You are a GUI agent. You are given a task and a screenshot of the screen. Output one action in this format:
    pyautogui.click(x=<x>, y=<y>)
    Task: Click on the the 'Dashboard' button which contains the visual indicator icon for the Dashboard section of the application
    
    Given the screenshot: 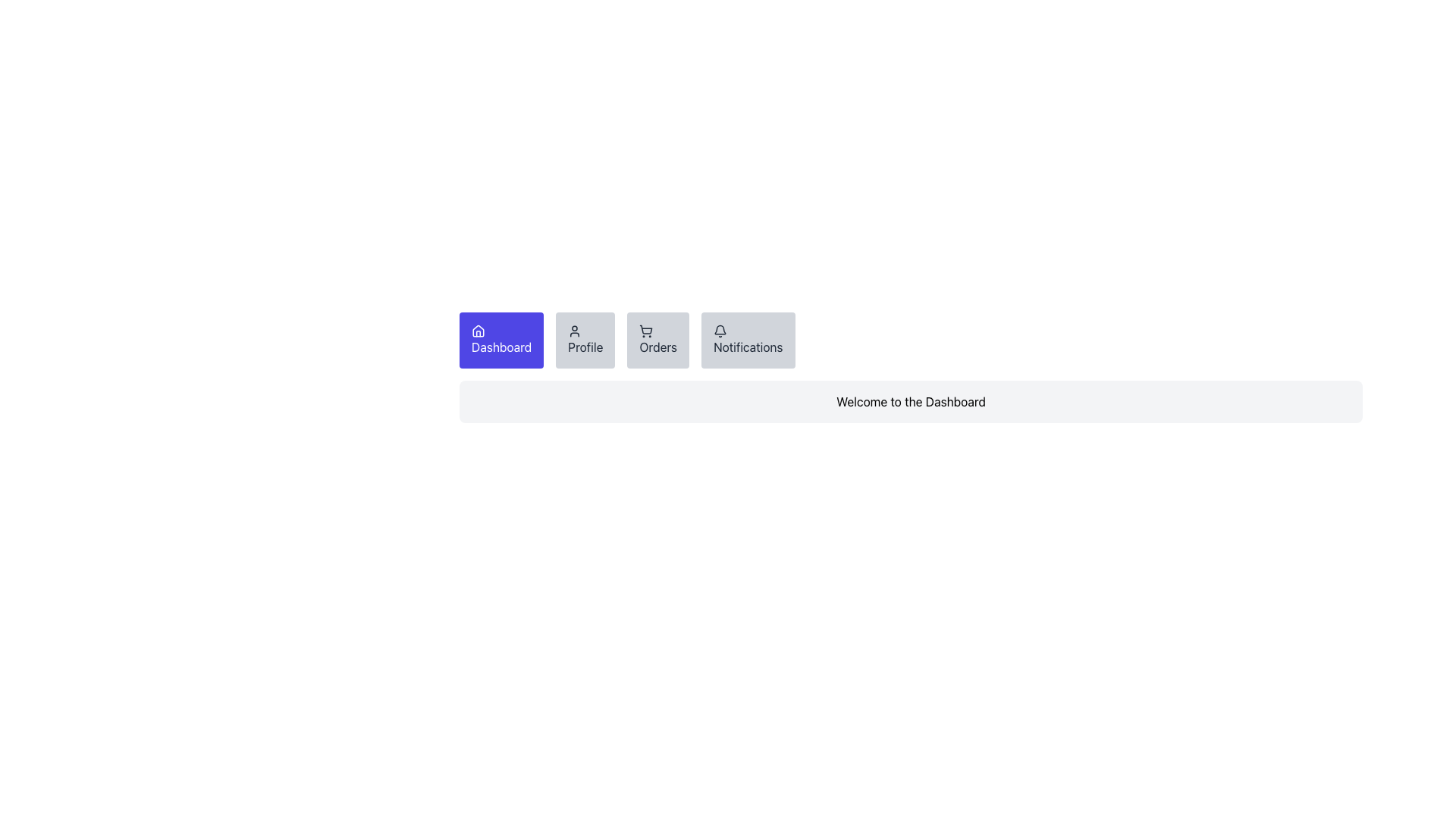 What is the action you would take?
    pyautogui.click(x=477, y=330)
    